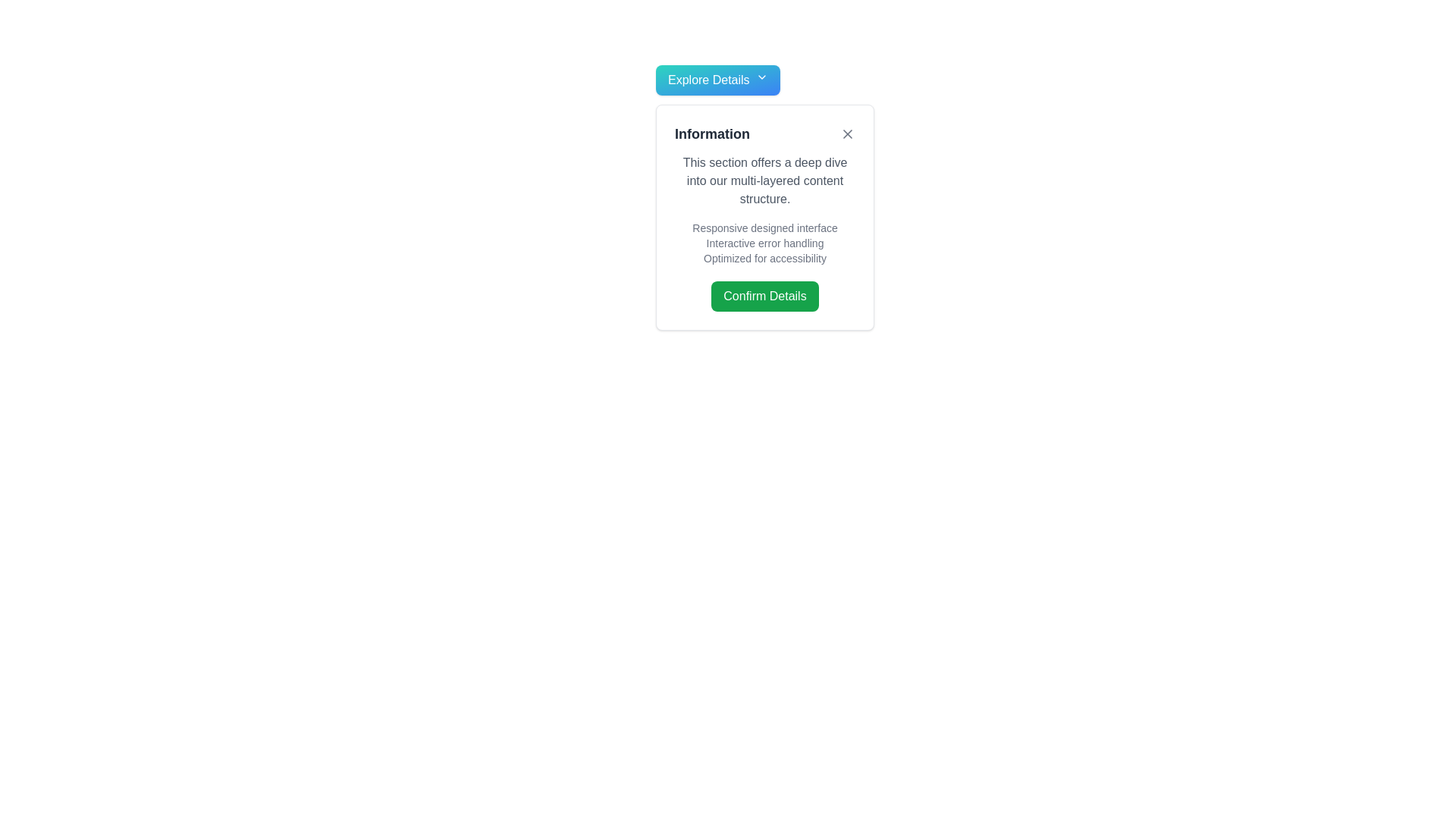 This screenshot has height=819, width=1456. What do you see at coordinates (717, 80) in the screenshot?
I see `the button located above the 'Information' box` at bounding box center [717, 80].